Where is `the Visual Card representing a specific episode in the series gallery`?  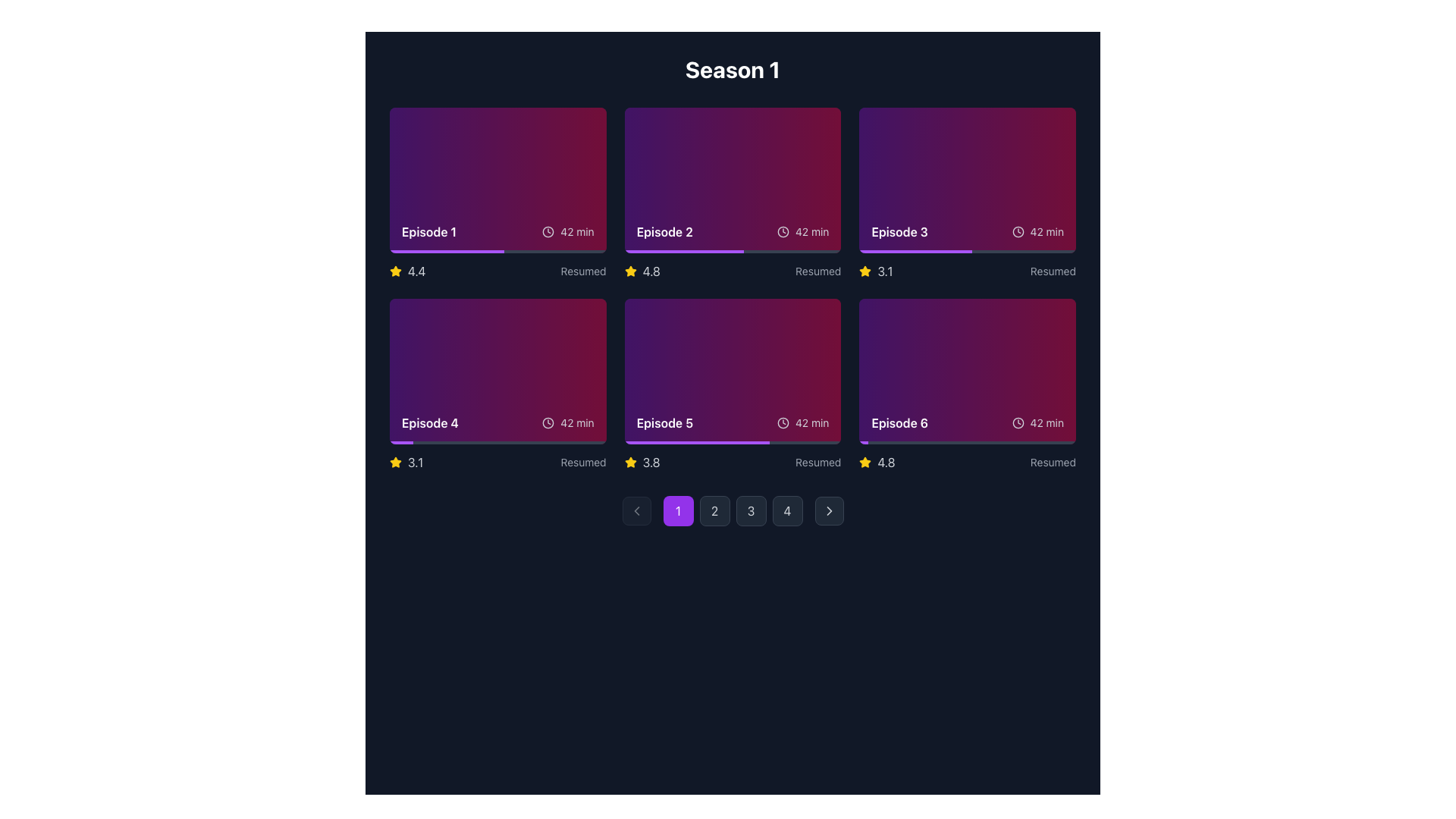
the Visual Card representing a specific episode in the series gallery is located at coordinates (967, 180).